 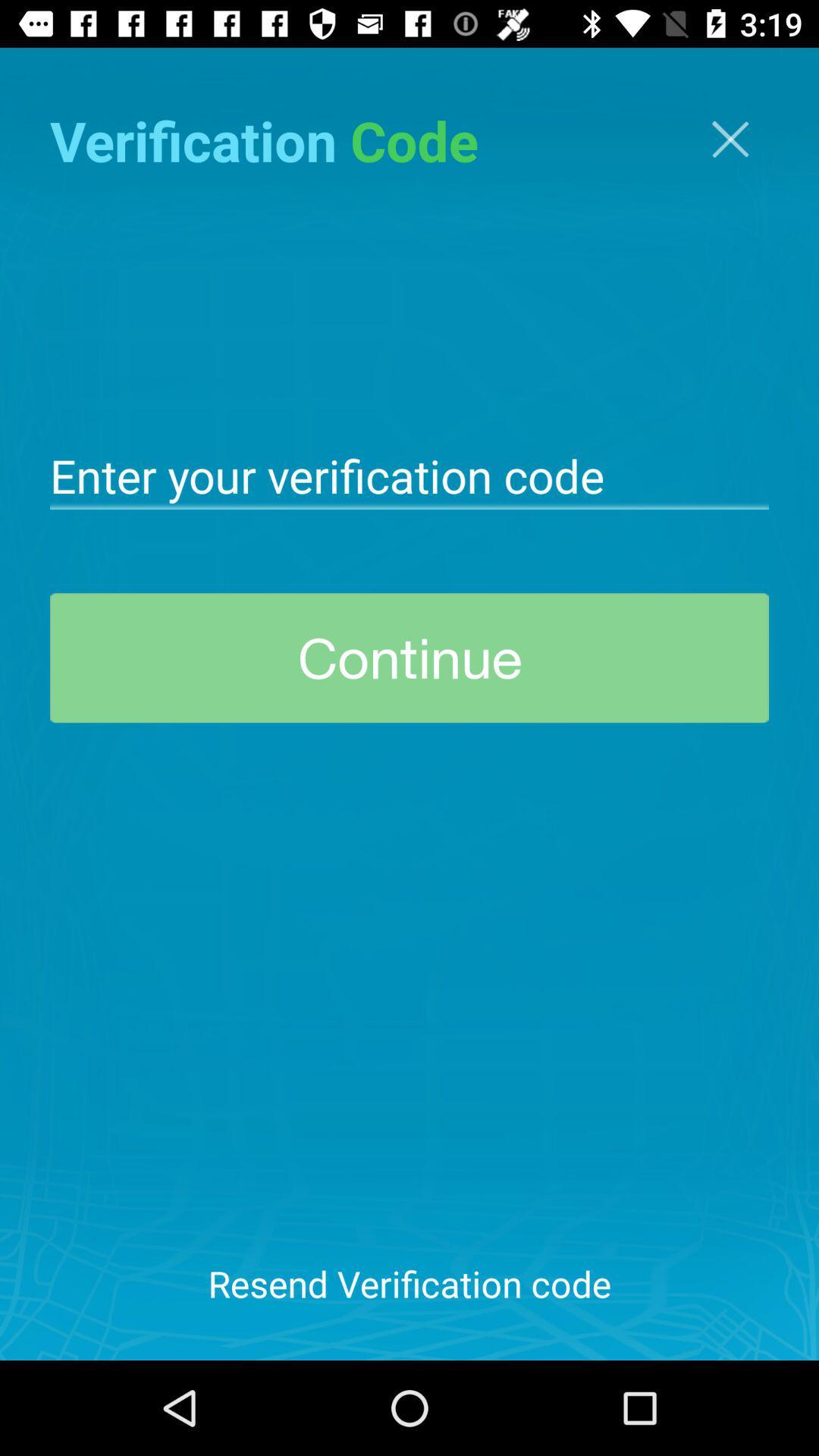 What do you see at coordinates (730, 139) in the screenshot?
I see `page` at bounding box center [730, 139].